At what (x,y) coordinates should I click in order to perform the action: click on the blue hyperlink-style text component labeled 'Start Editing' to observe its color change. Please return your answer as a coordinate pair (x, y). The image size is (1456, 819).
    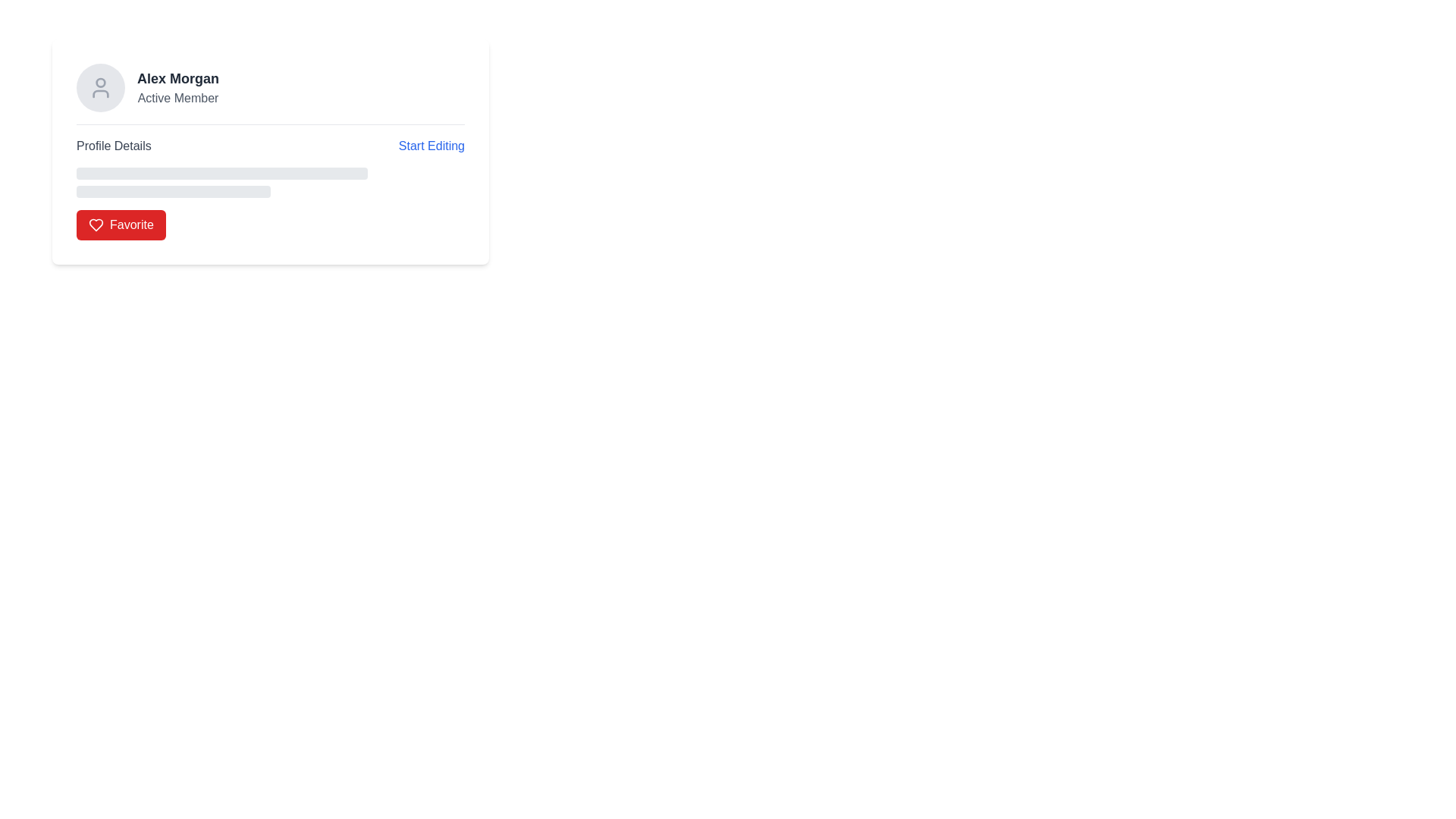
    Looking at the image, I should click on (431, 146).